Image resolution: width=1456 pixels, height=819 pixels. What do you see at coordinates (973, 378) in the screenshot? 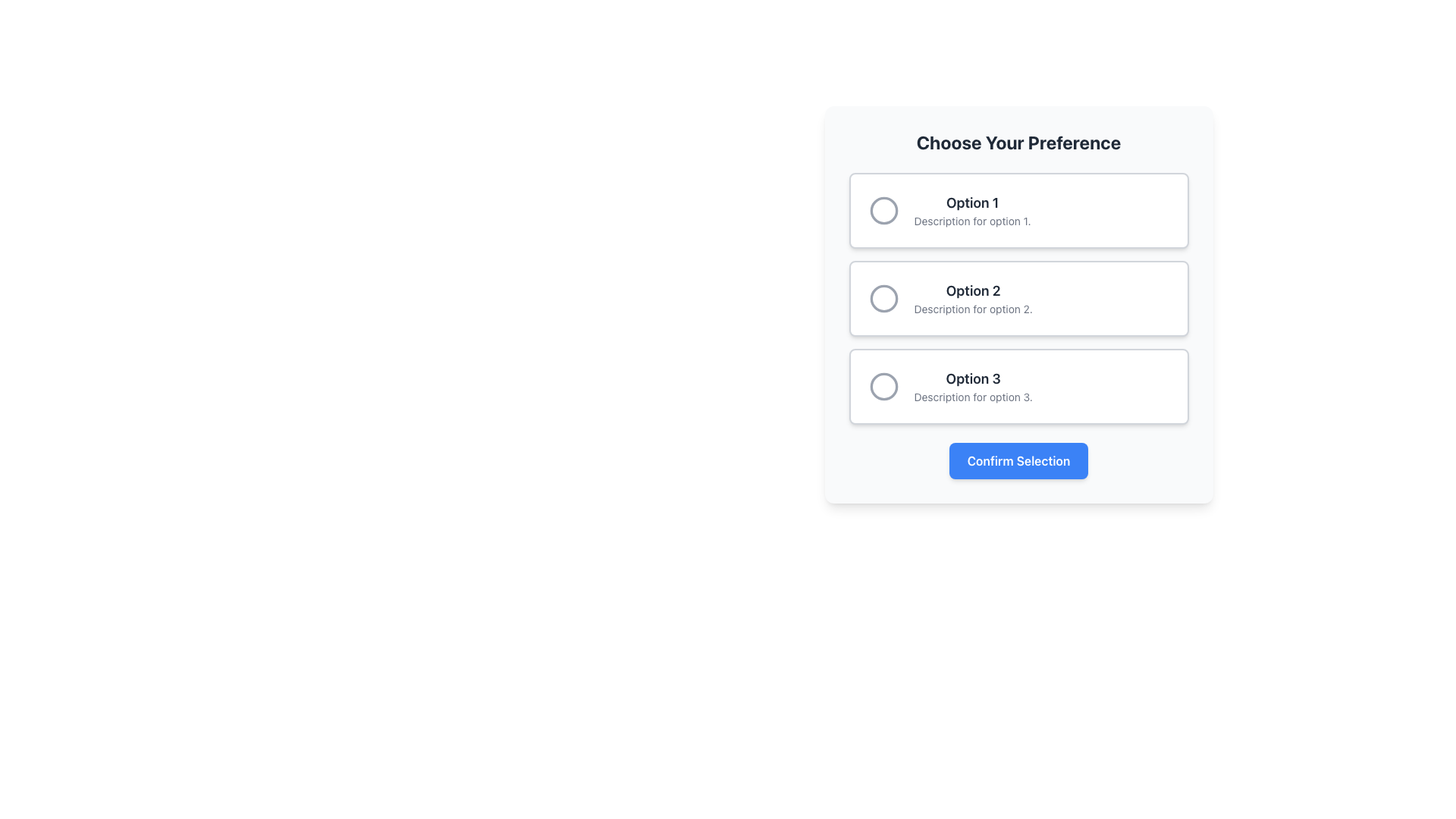
I see `the 'Option 3' label which identifies the third selectable option in the list` at bounding box center [973, 378].